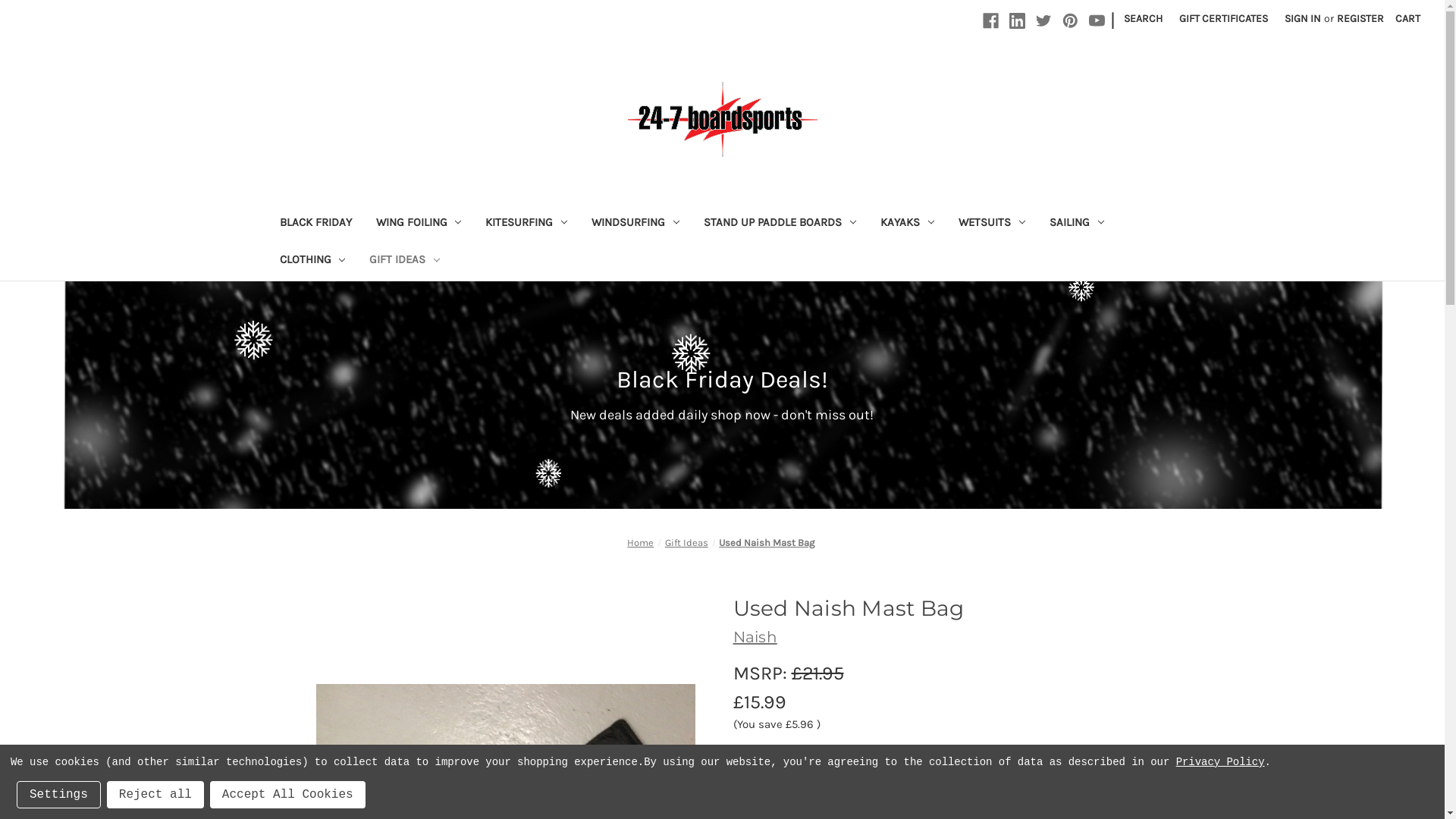 The width and height of the screenshot is (1456, 819). What do you see at coordinates (1143, 18) in the screenshot?
I see `'SEARCH'` at bounding box center [1143, 18].